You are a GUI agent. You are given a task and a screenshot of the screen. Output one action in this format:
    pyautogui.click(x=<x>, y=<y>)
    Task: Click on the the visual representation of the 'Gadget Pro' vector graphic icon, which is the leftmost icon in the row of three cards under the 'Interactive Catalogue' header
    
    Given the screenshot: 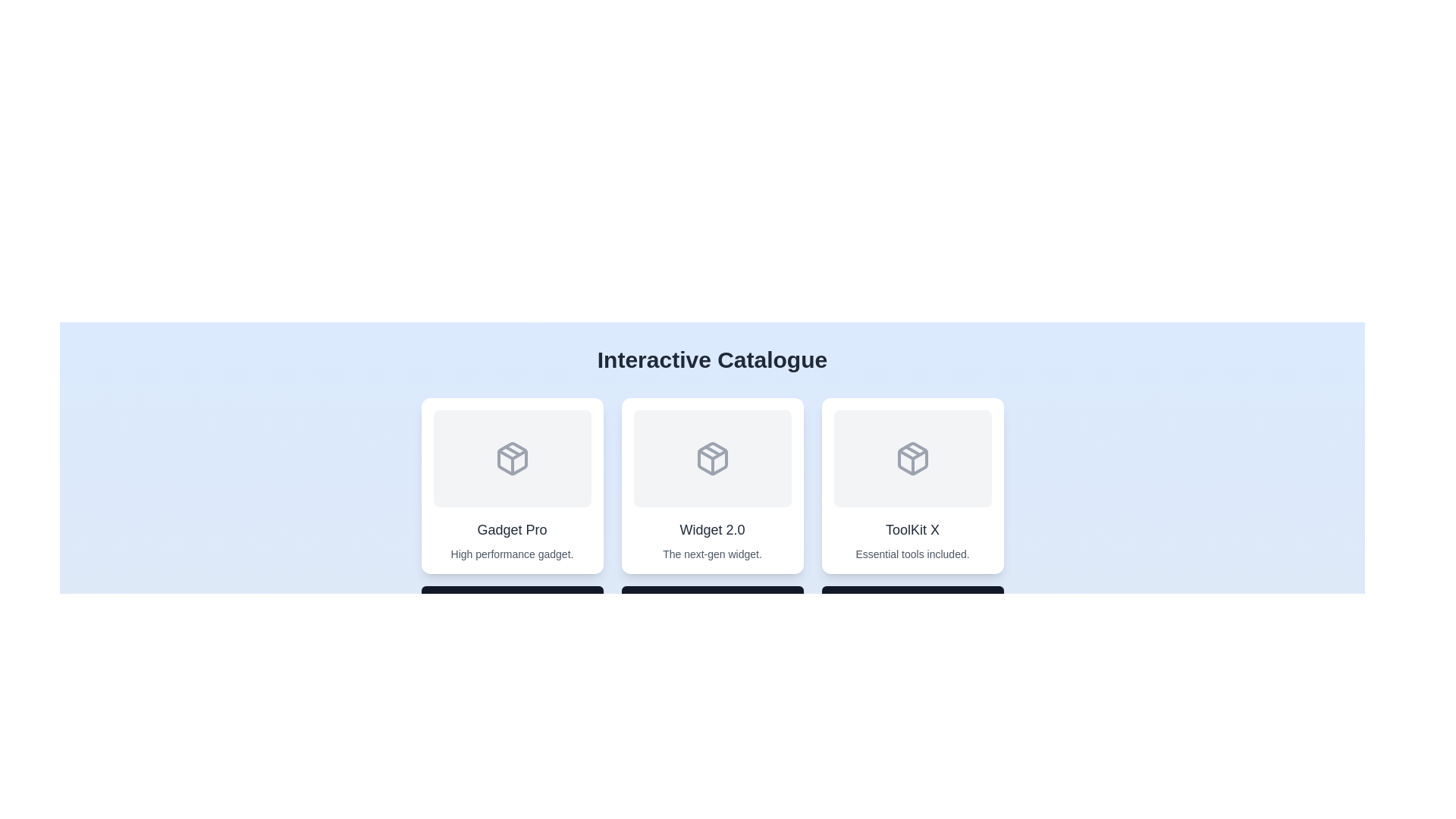 What is the action you would take?
    pyautogui.click(x=512, y=458)
    